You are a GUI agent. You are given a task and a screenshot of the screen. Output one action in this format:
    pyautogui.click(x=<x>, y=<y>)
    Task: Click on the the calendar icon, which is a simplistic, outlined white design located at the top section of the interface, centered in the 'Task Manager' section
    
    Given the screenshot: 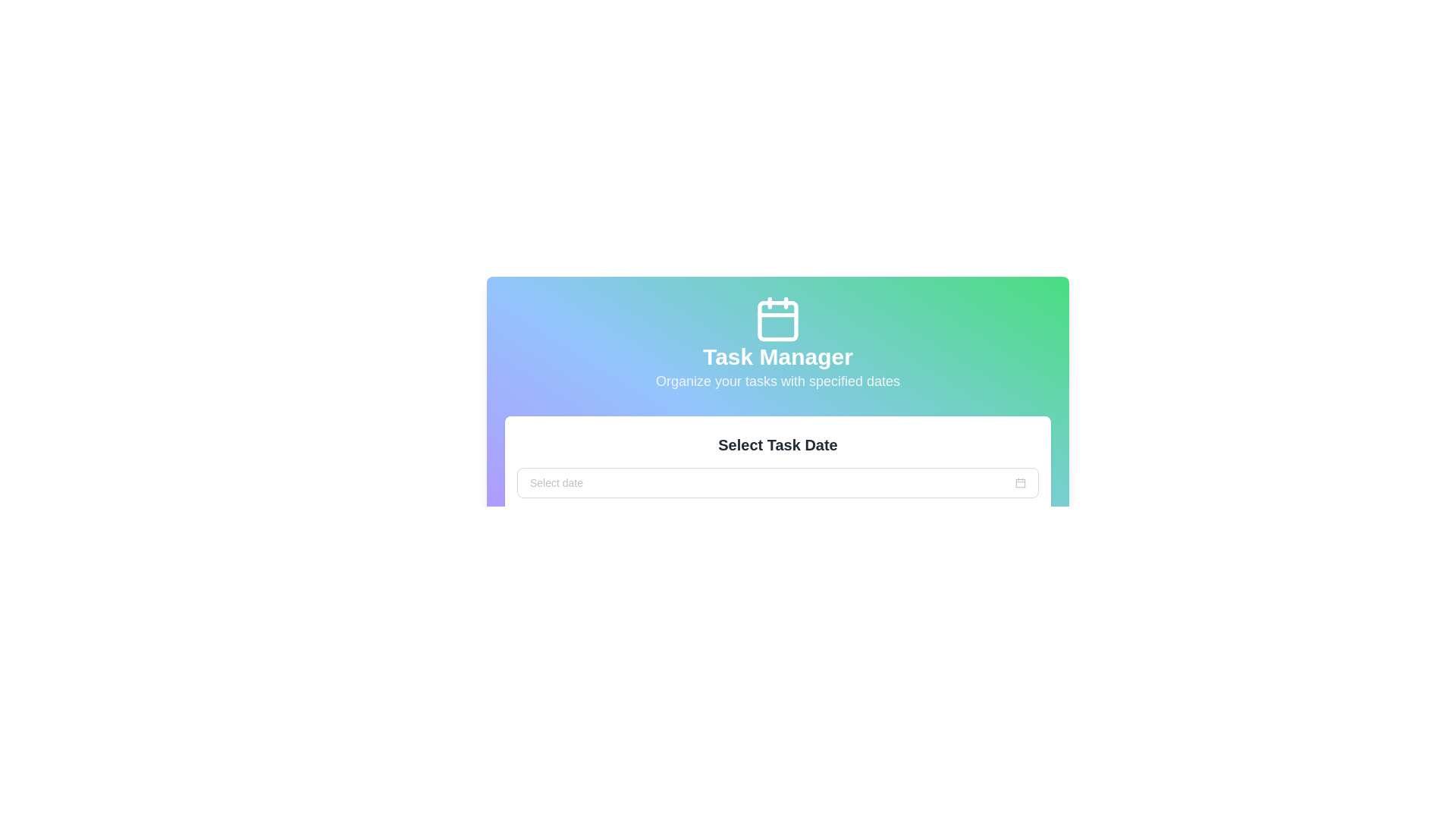 What is the action you would take?
    pyautogui.click(x=778, y=318)
    